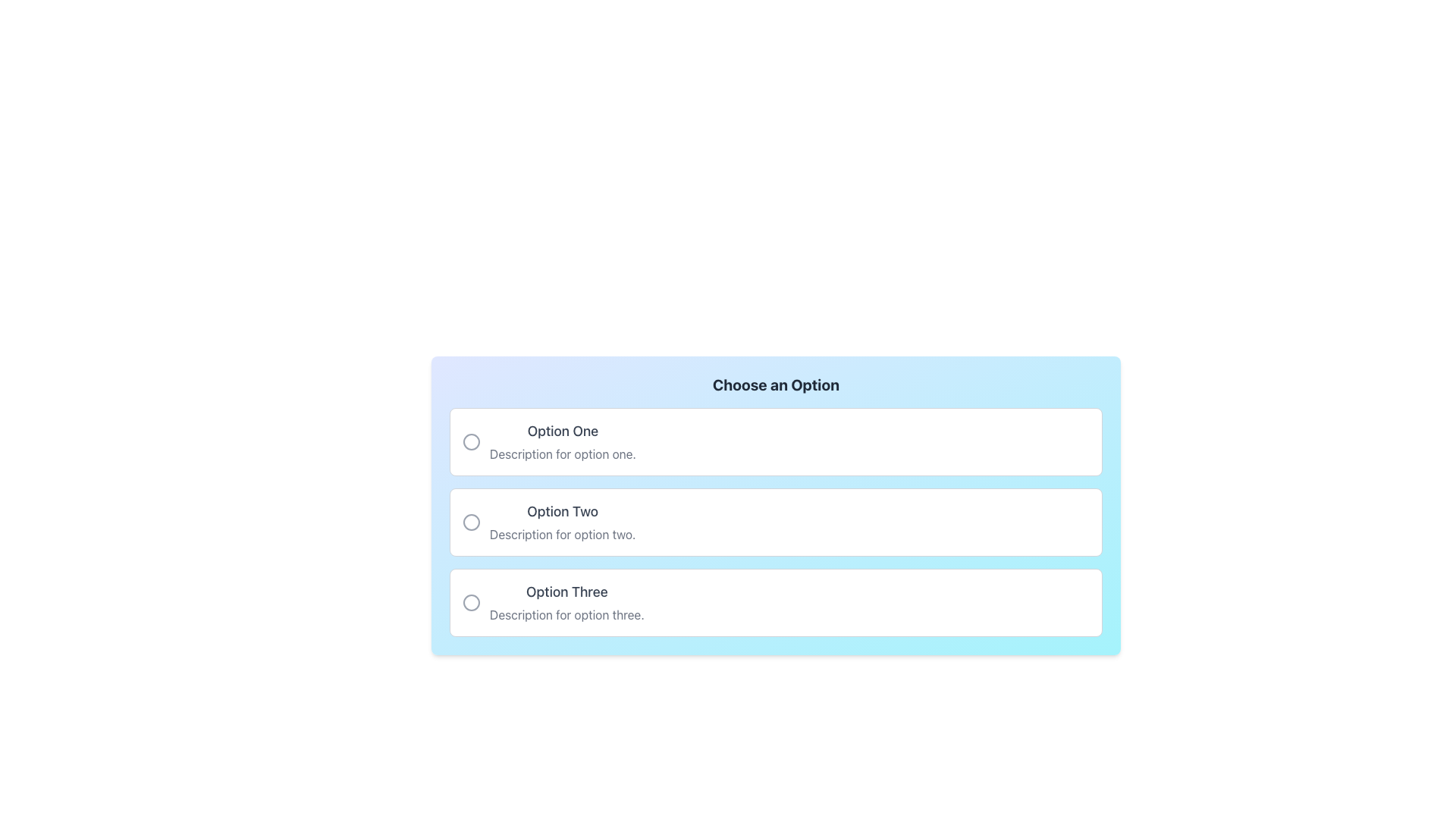 This screenshot has height=819, width=1456. Describe the element at coordinates (566, 601) in the screenshot. I see `the third selectable option in the vertical list located below 'Option Two'` at that location.